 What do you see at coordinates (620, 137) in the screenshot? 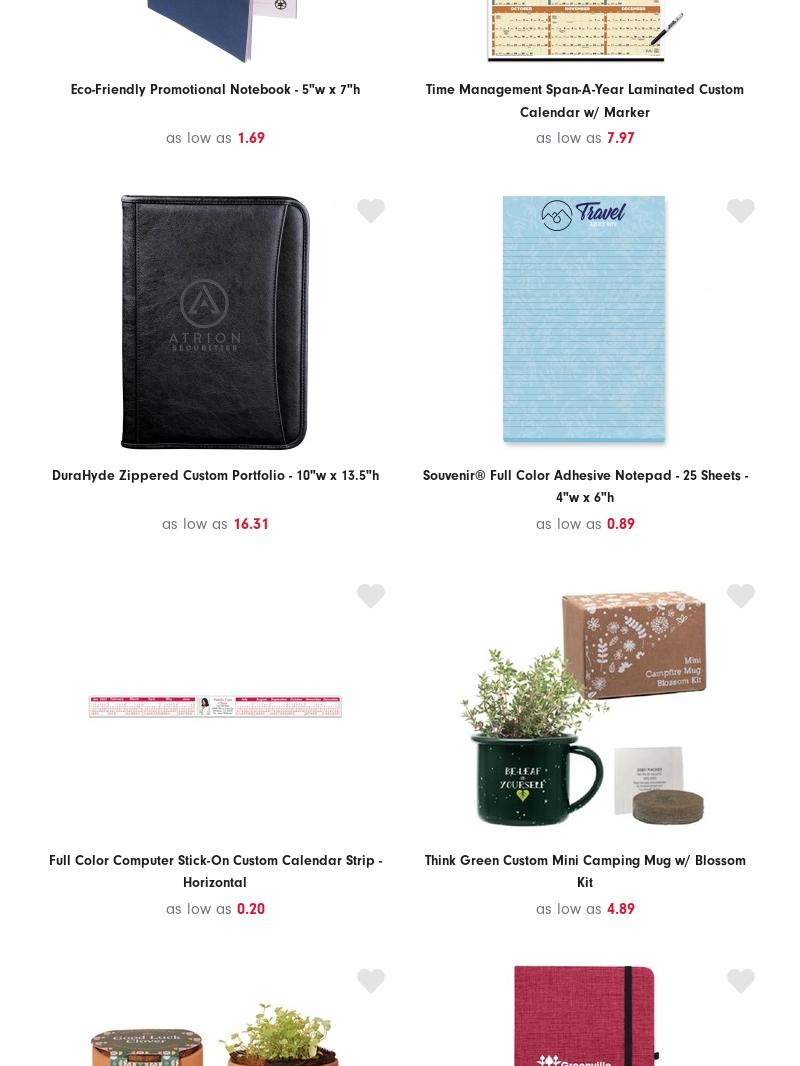
I see `'7.97'` at bounding box center [620, 137].